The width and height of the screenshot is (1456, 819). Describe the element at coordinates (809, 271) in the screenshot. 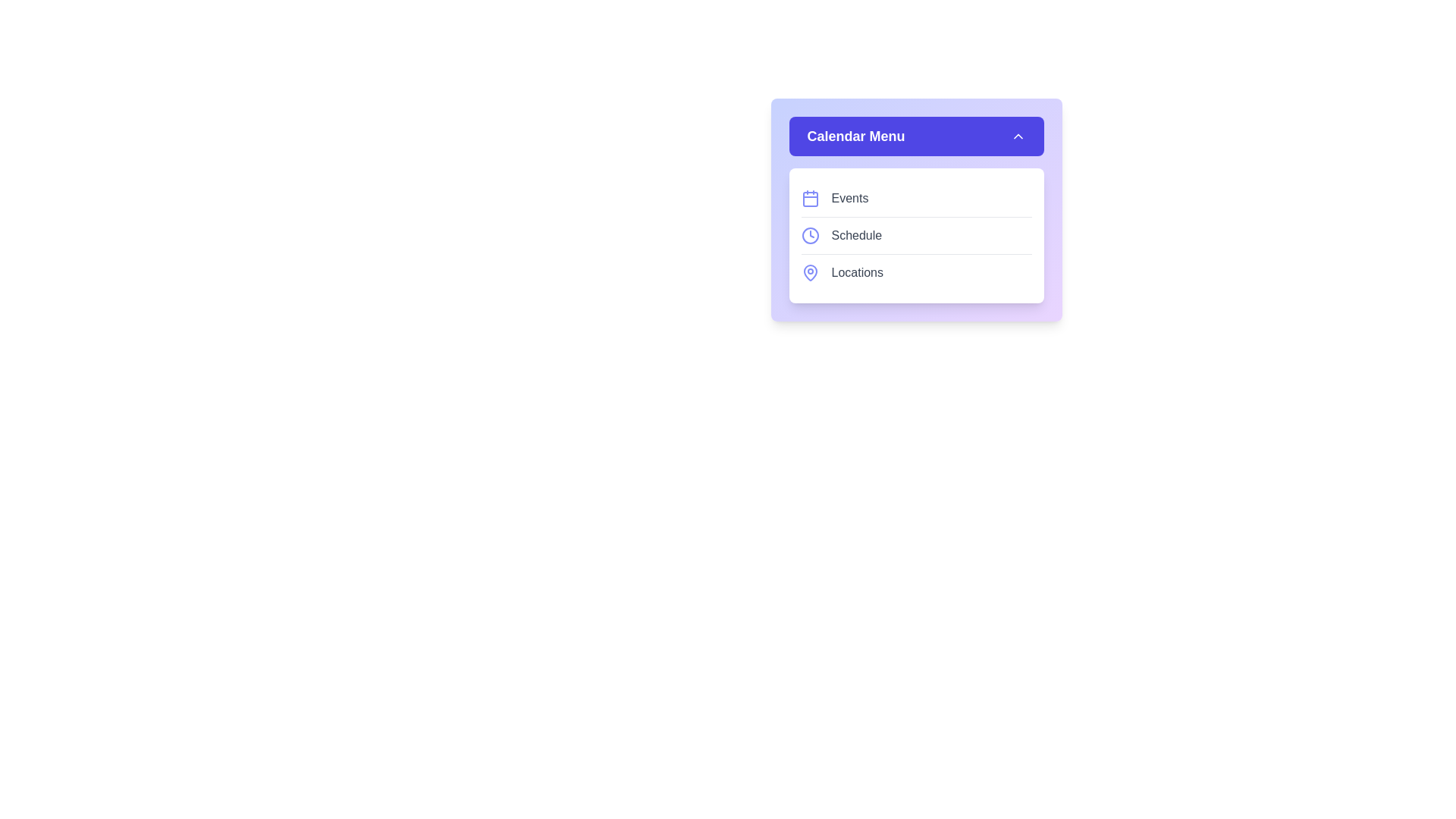

I see `the icon corresponding to the menu item Locations` at that location.